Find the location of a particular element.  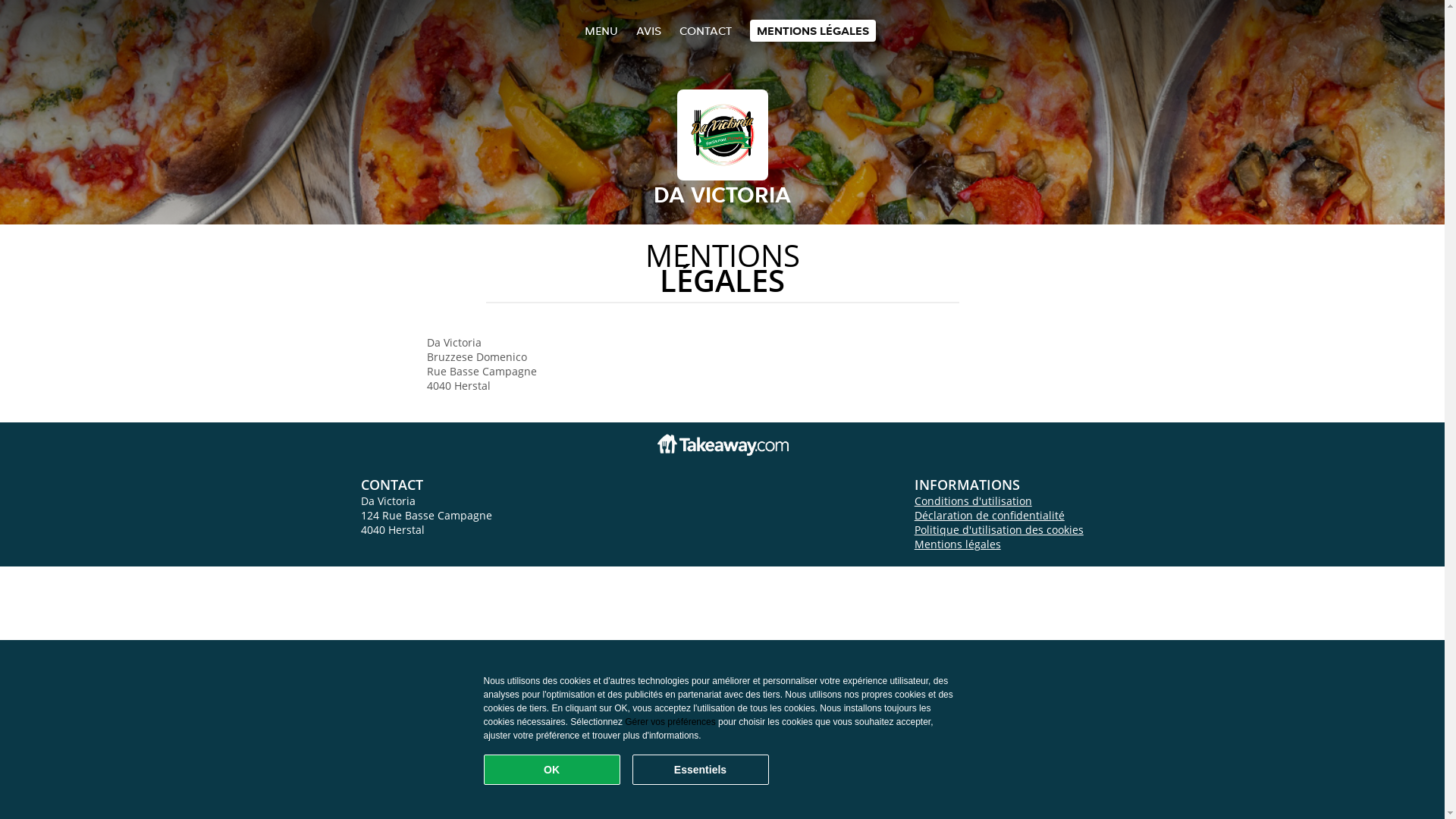

'CONTACT' is located at coordinates (704, 30).